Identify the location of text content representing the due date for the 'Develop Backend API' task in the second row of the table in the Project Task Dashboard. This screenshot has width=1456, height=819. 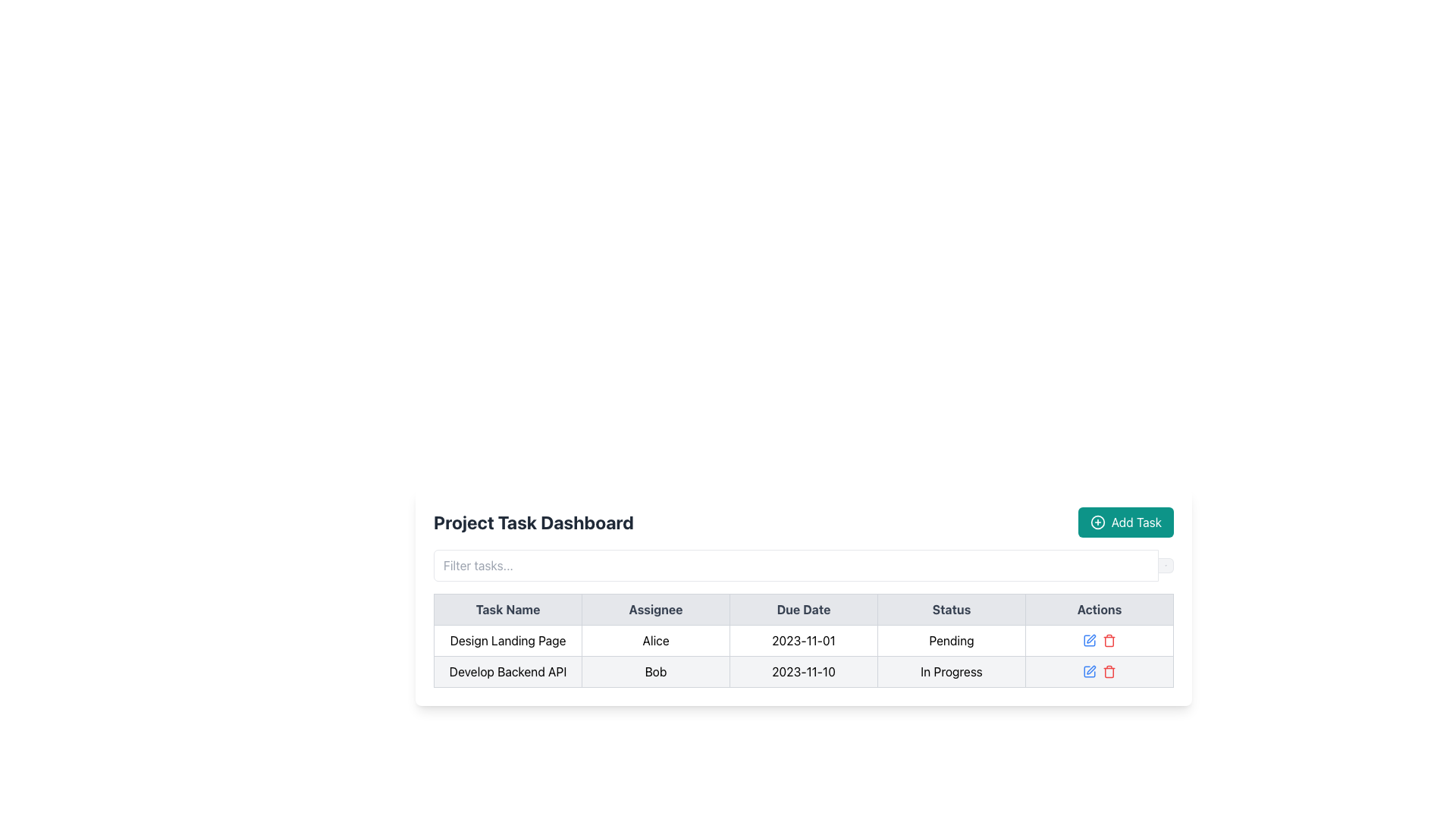
(803, 671).